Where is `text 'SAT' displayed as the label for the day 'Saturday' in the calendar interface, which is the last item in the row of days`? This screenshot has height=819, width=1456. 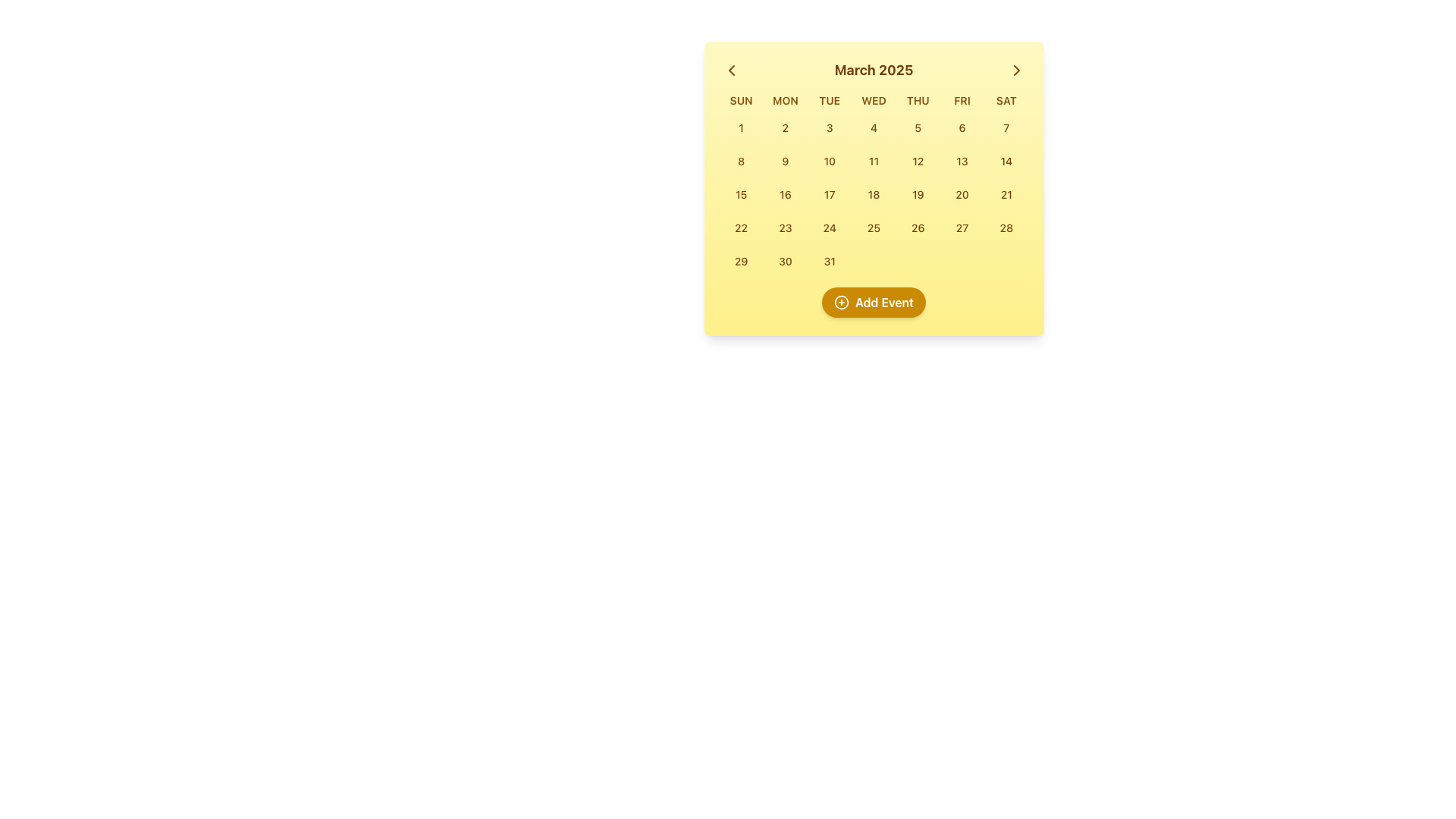 text 'SAT' displayed as the label for the day 'Saturday' in the calendar interface, which is the last item in the row of days is located at coordinates (1006, 100).